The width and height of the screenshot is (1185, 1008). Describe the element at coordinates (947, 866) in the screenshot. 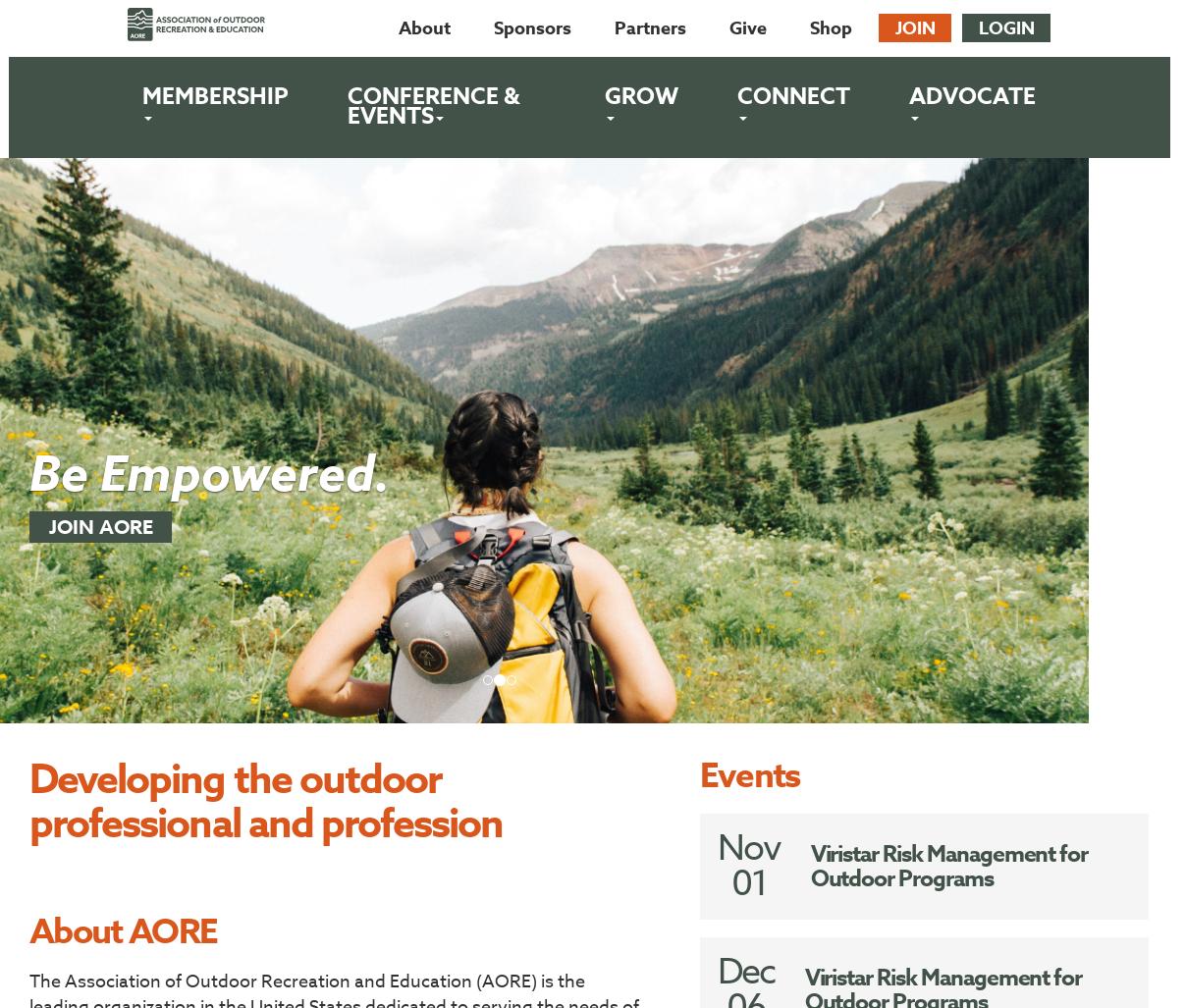

I see `'Viristar Risk Management for Outdoor Programs'` at that location.